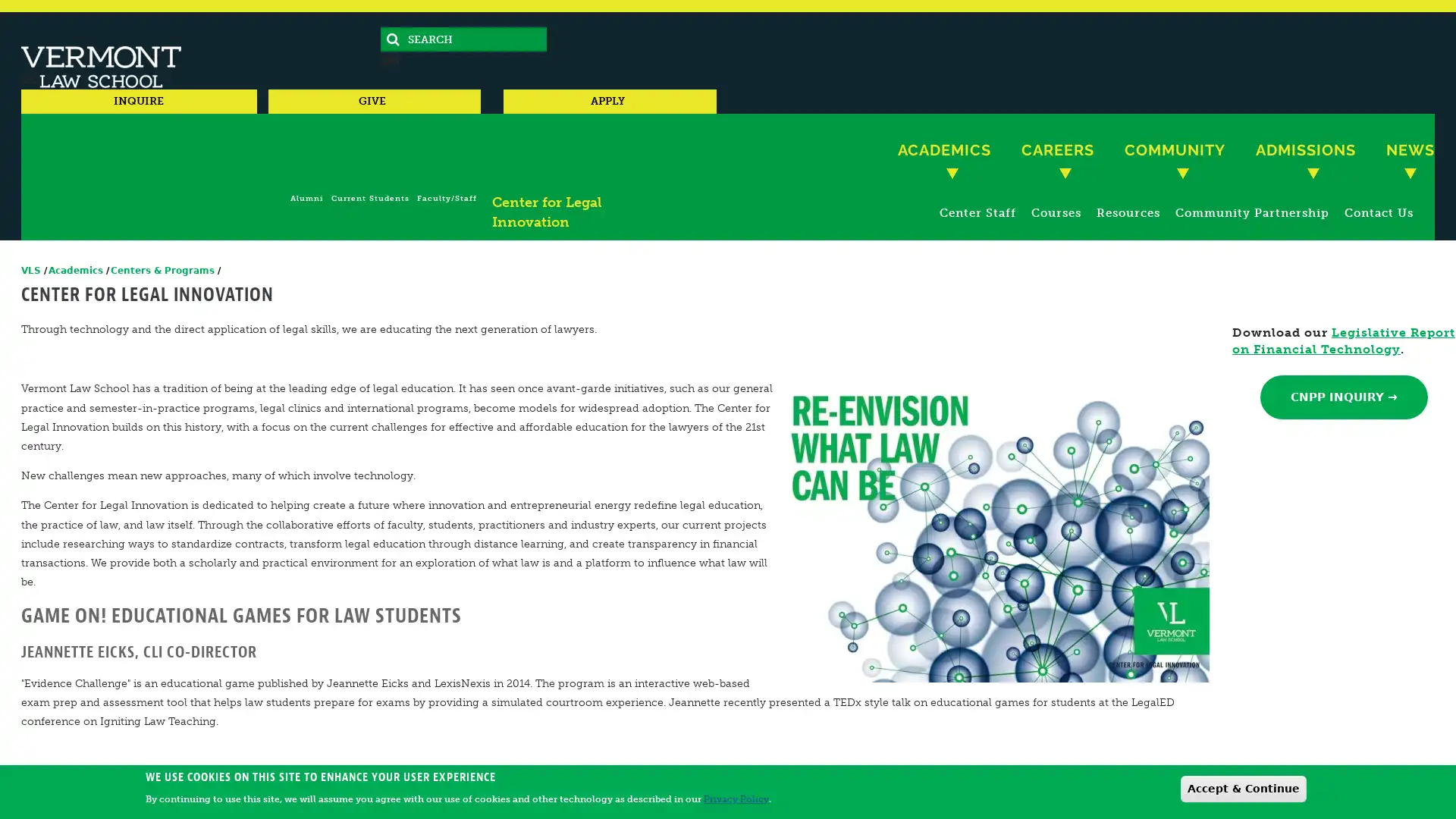 This screenshot has width=1456, height=819. Describe the element at coordinates (1244, 787) in the screenshot. I see `Accept & Continue` at that location.